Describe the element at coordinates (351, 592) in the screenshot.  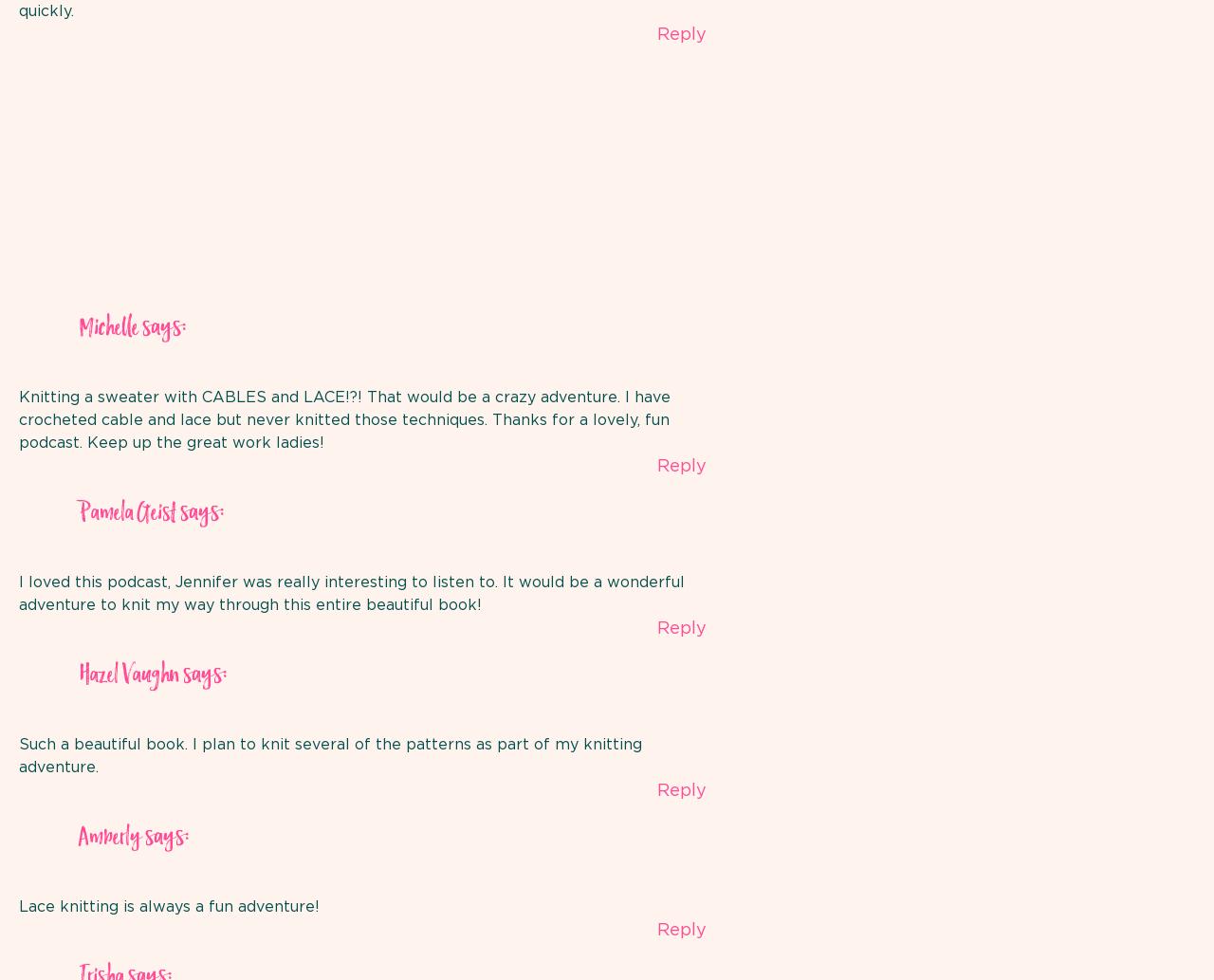
I see `'I loved this podcast, Jennifer was really interesting to listen to. It would be a wonderful adventure to knit my way through this entire beautiful book!'` at that location.